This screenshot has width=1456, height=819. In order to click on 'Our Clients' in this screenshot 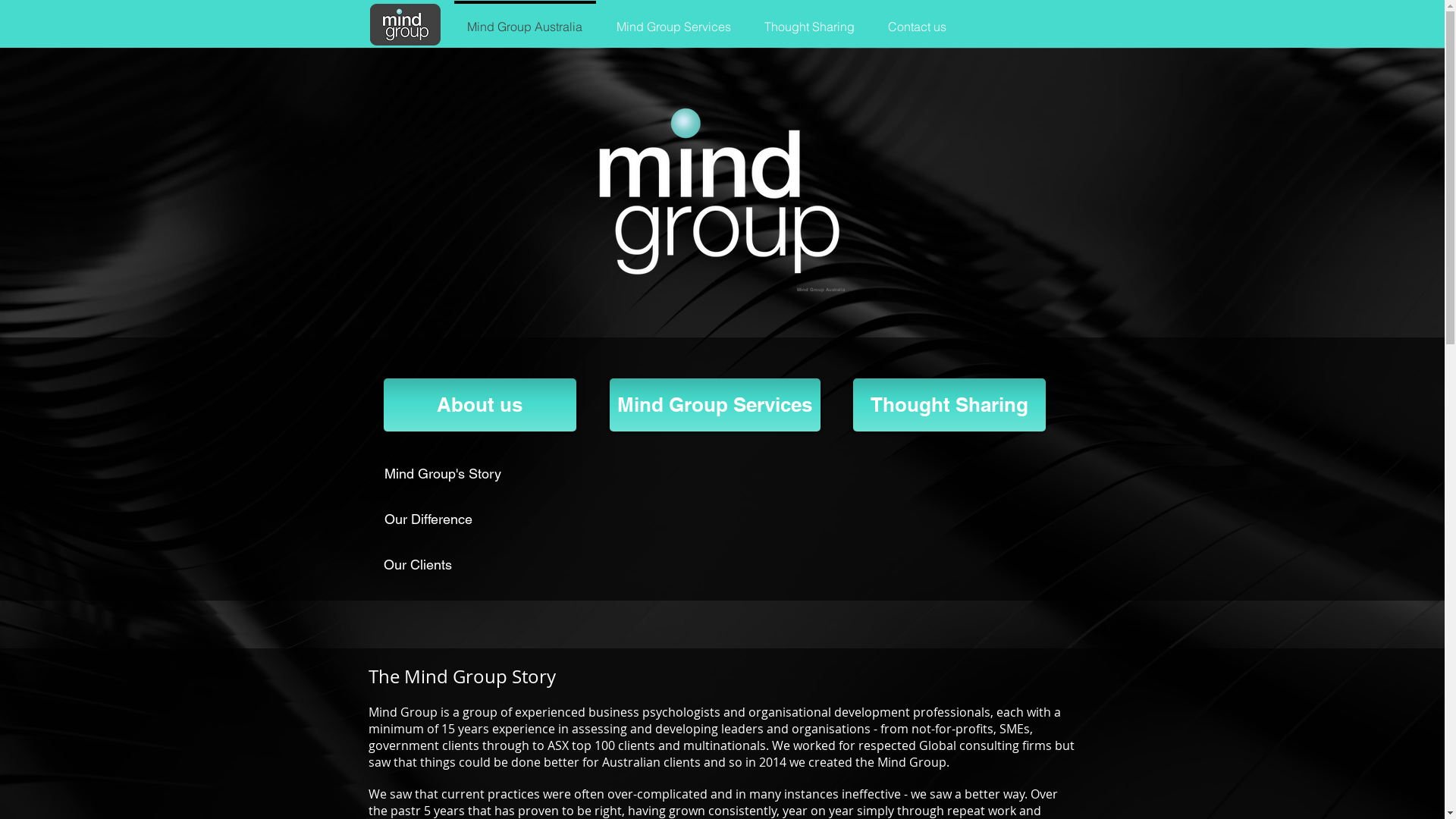, I will do `click(383, 564)`.